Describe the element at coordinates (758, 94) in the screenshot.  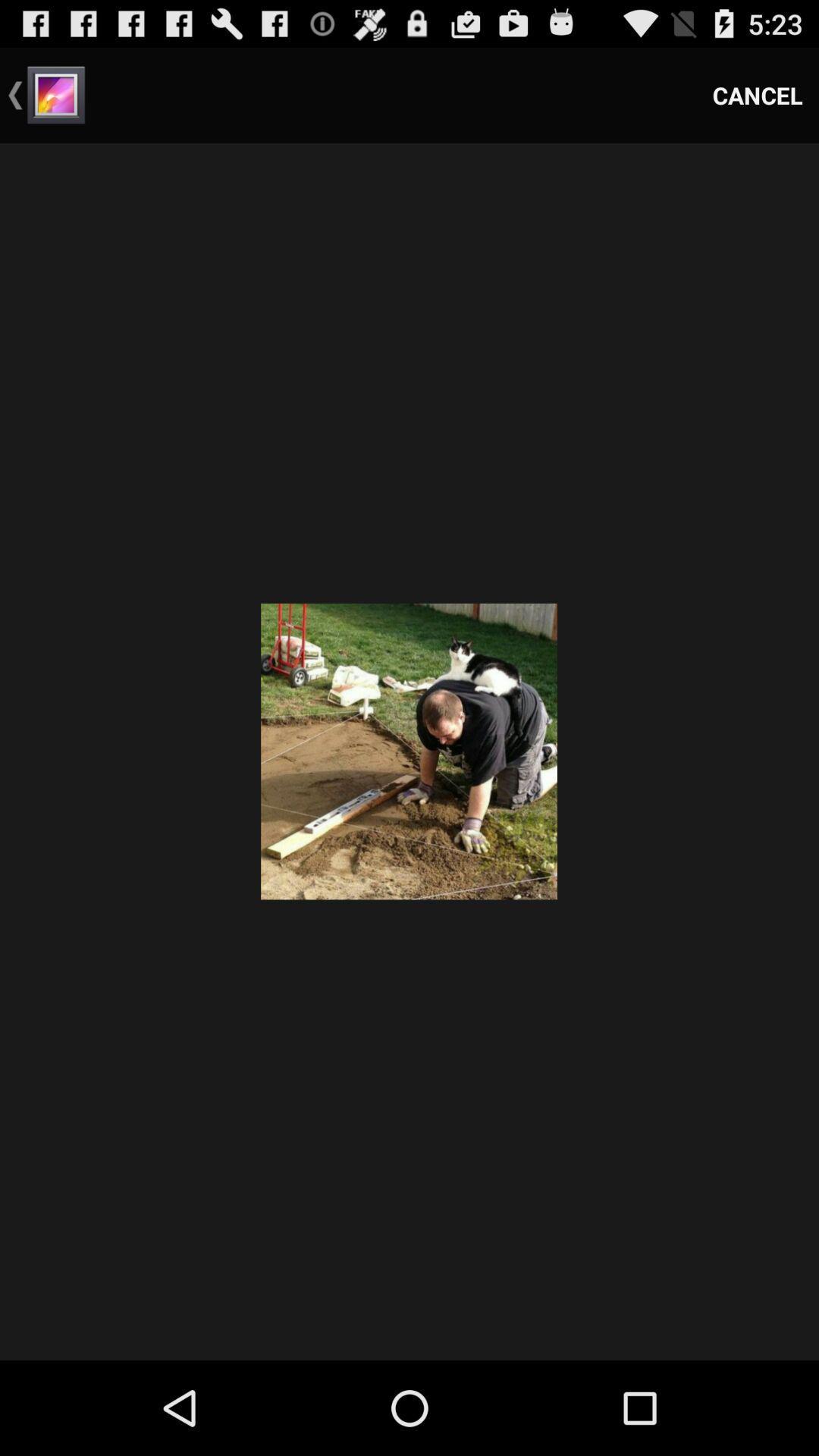
I see `the cancel item` at that location.